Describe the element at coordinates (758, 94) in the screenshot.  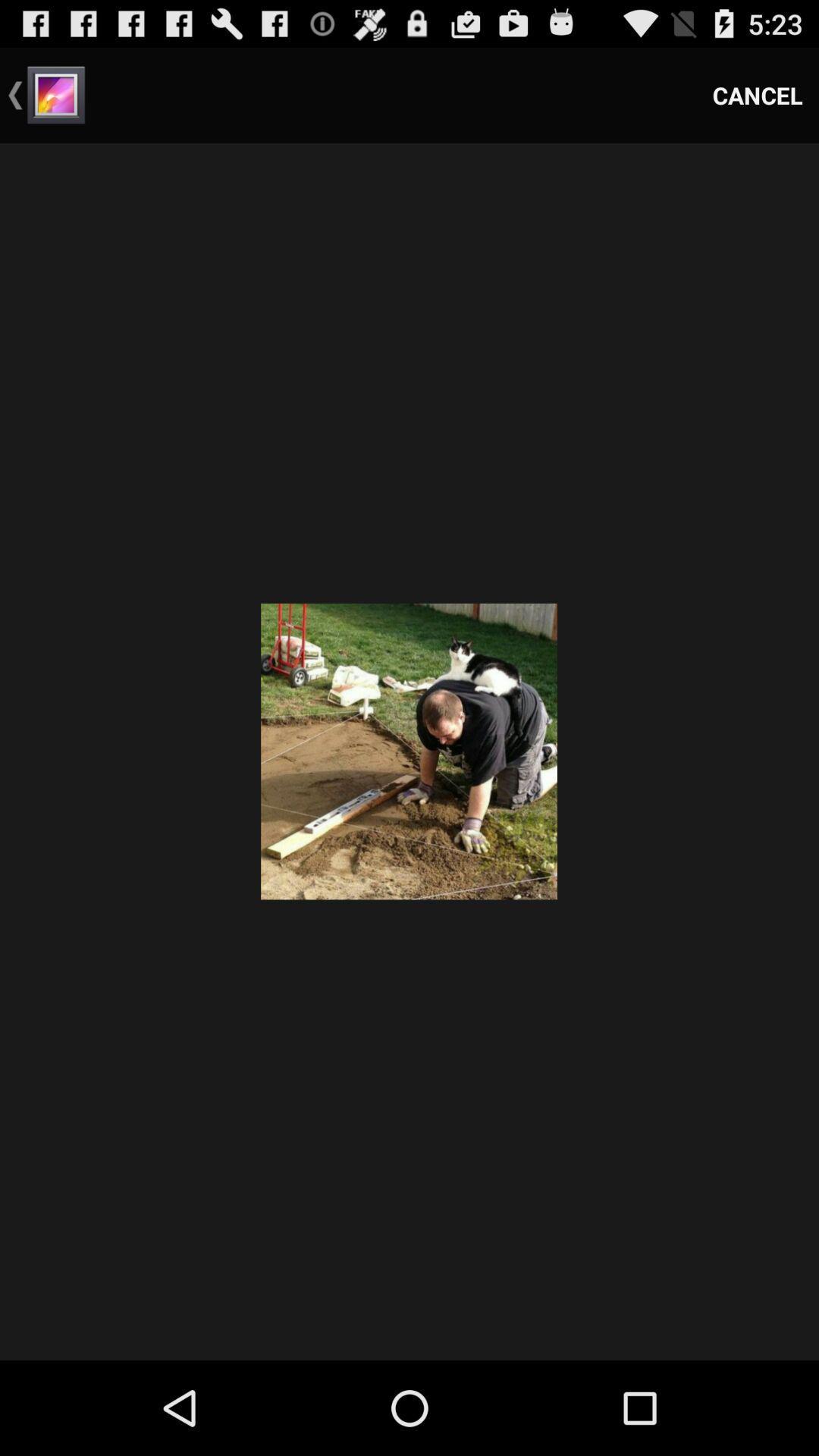
I see `the cancel item` at that location.